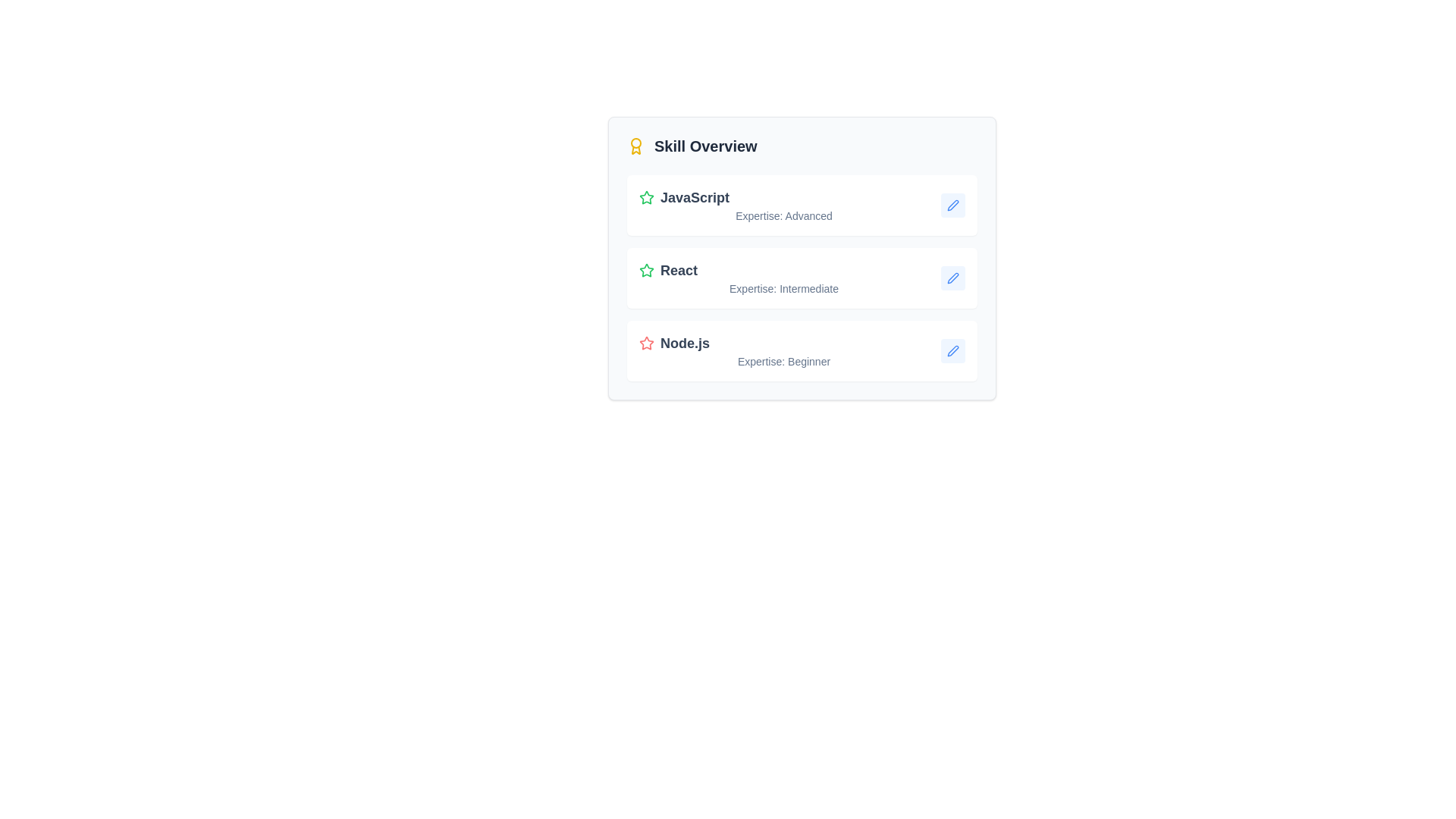 The width and height of the screenshot is (1456, 819). What do you see at coordinates (636, 143) in the screenshot?
I see `the circular base of the badge-like icon that signifies achievement, located near the top-left section of the interface` at bounding box center [636, 143].